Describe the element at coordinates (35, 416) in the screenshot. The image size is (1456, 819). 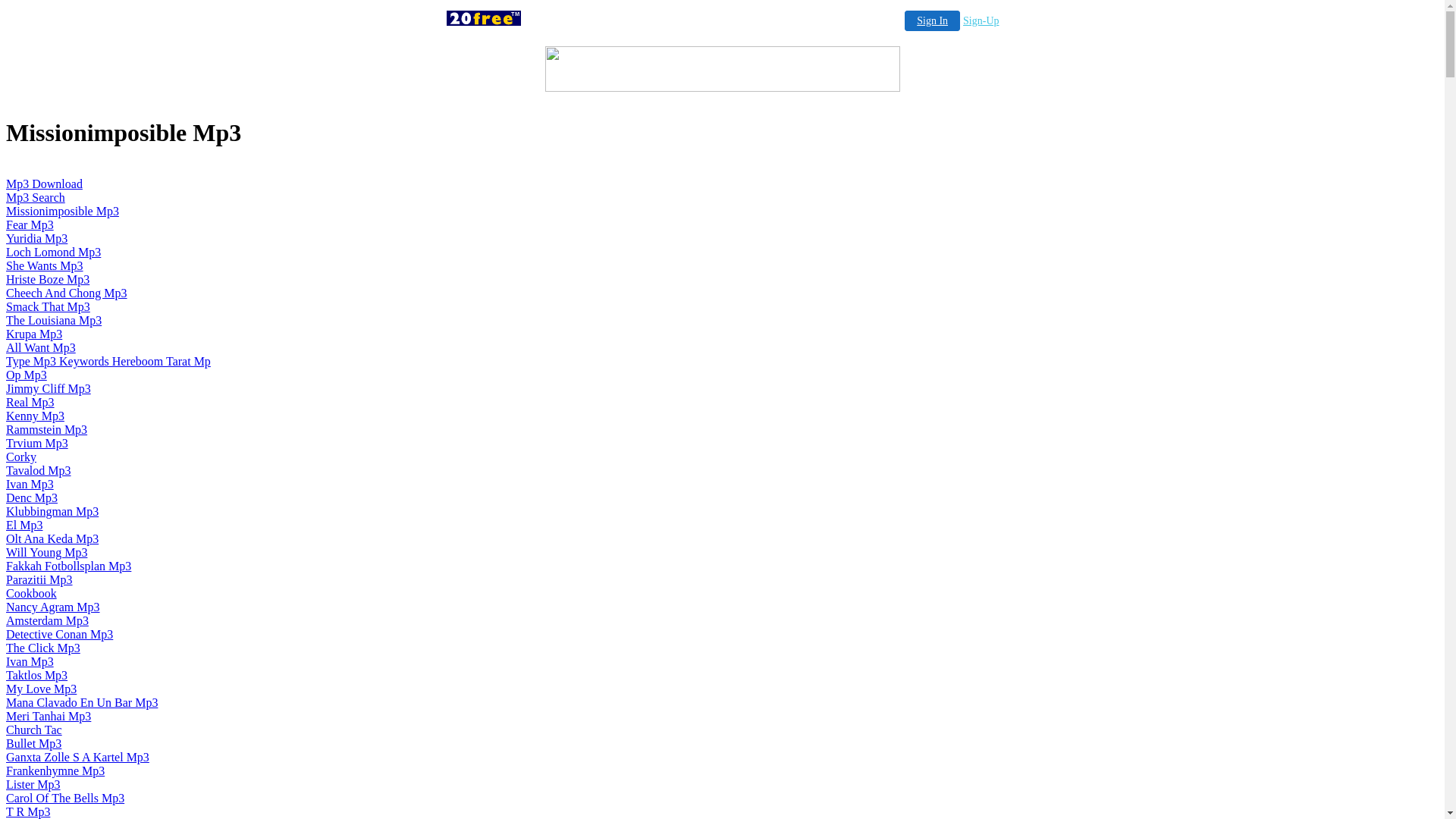
I see `'Kenny Mp3'` at that location.